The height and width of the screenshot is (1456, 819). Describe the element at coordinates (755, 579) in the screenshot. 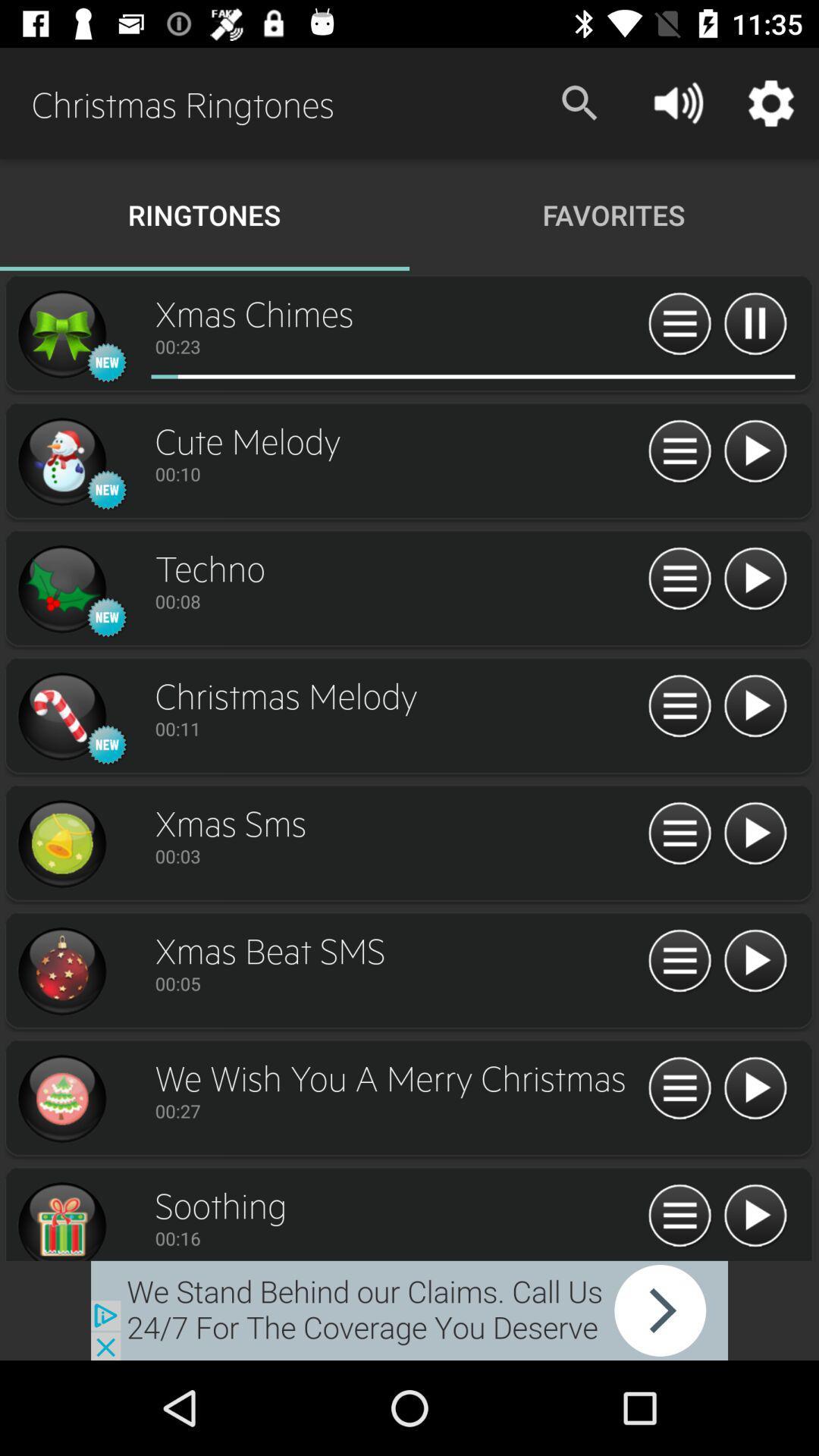

I see `techno ringtone` at that location.